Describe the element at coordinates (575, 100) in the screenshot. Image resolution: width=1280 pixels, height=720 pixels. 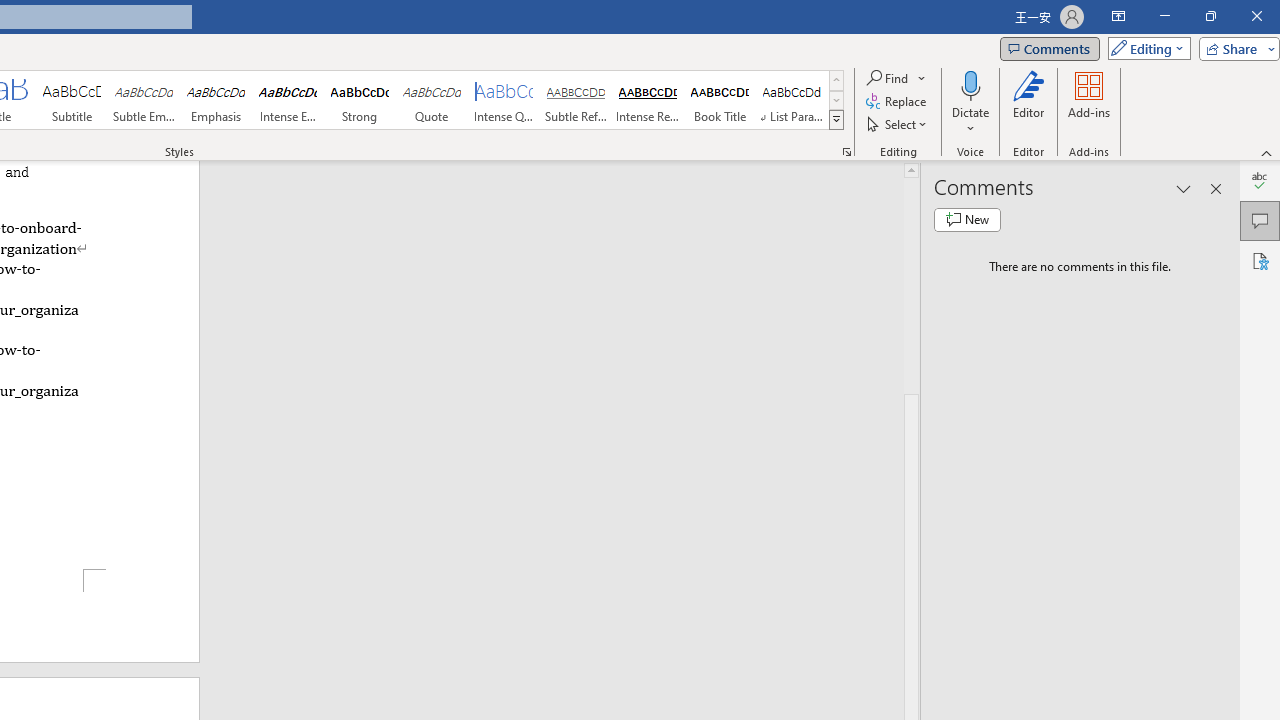
I see `'Subtle Reference'` at that location.